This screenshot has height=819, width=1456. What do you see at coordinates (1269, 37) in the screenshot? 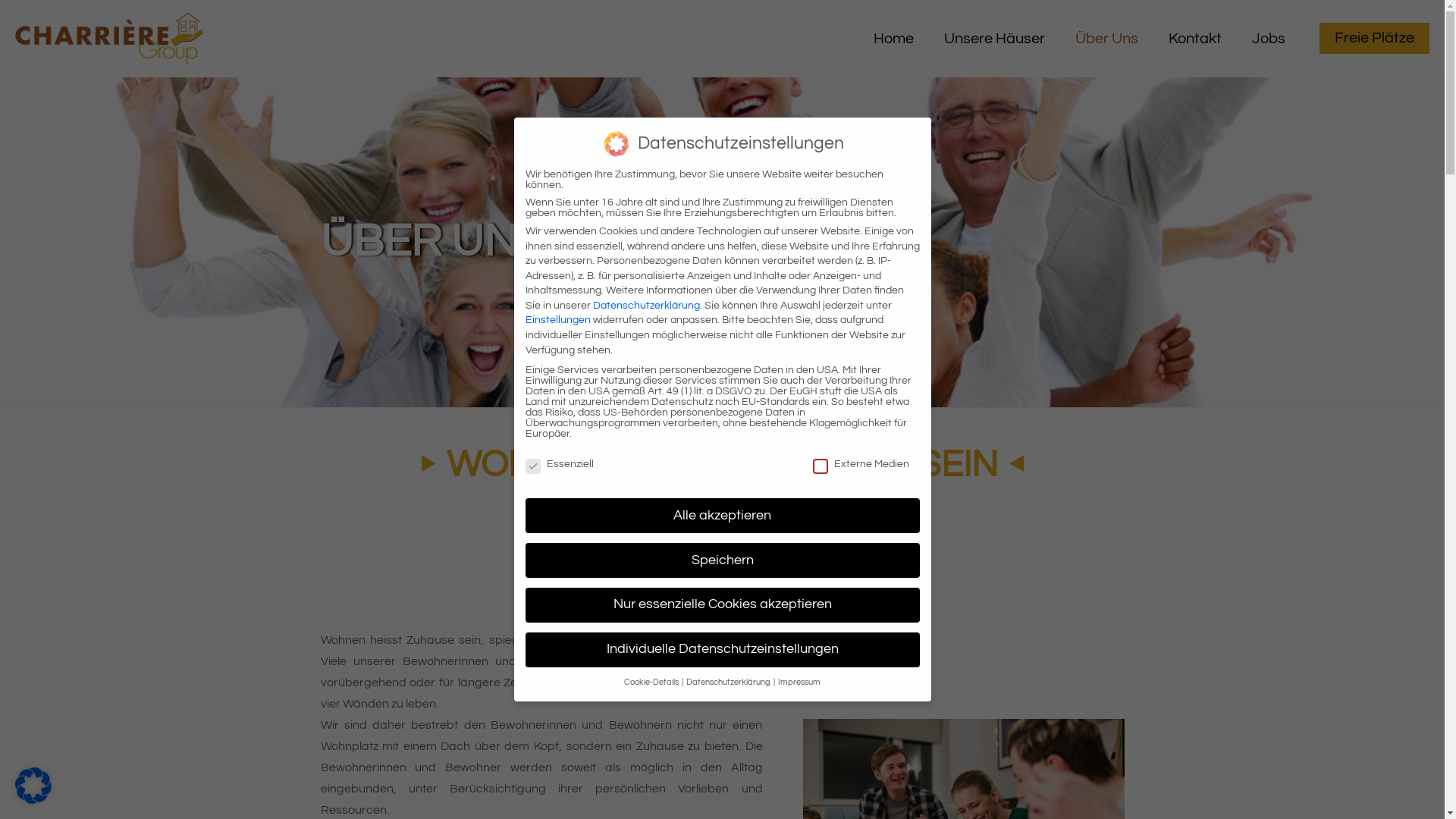
I see `'Jobs'` at bounding box center [1269, 37].